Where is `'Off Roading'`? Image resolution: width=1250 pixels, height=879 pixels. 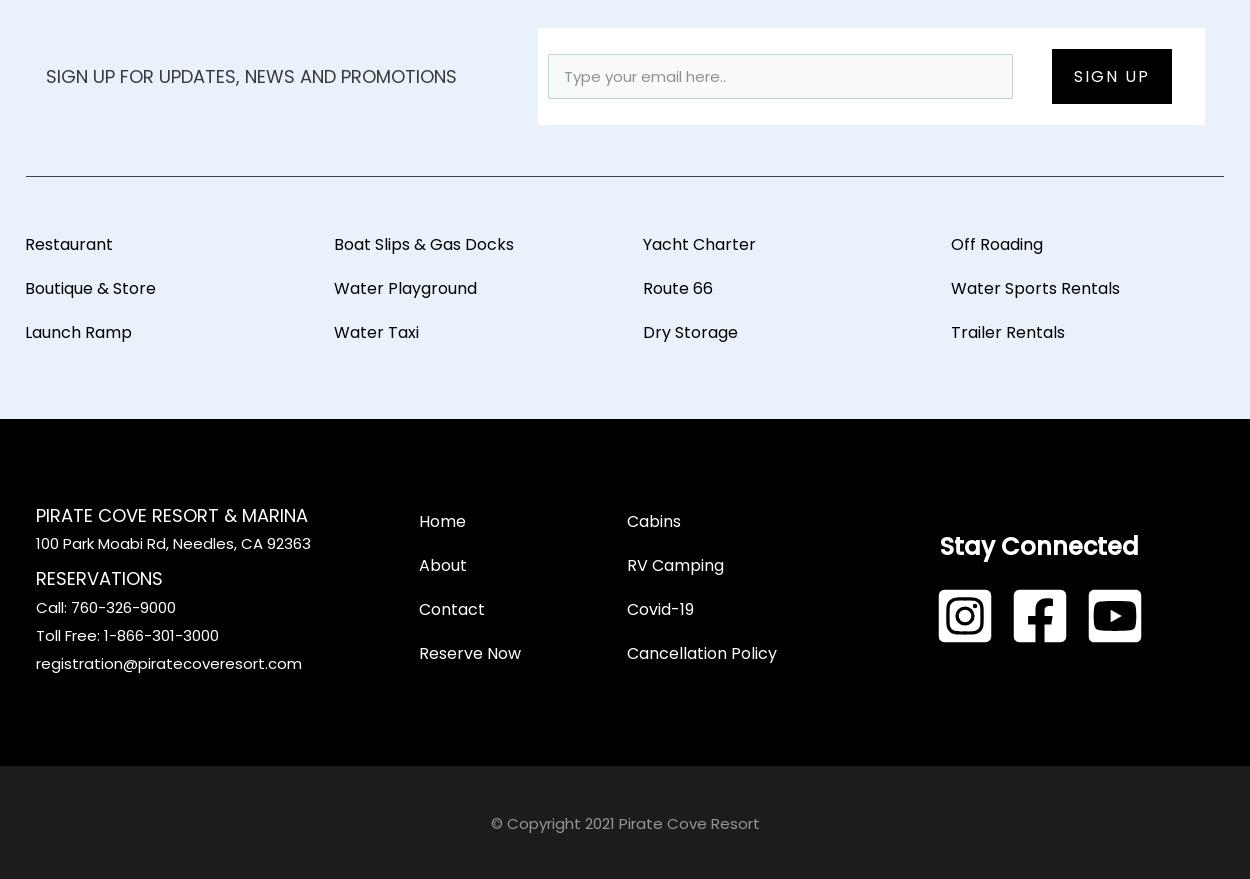 'Off Roading' is located at coordinates (996, 243).